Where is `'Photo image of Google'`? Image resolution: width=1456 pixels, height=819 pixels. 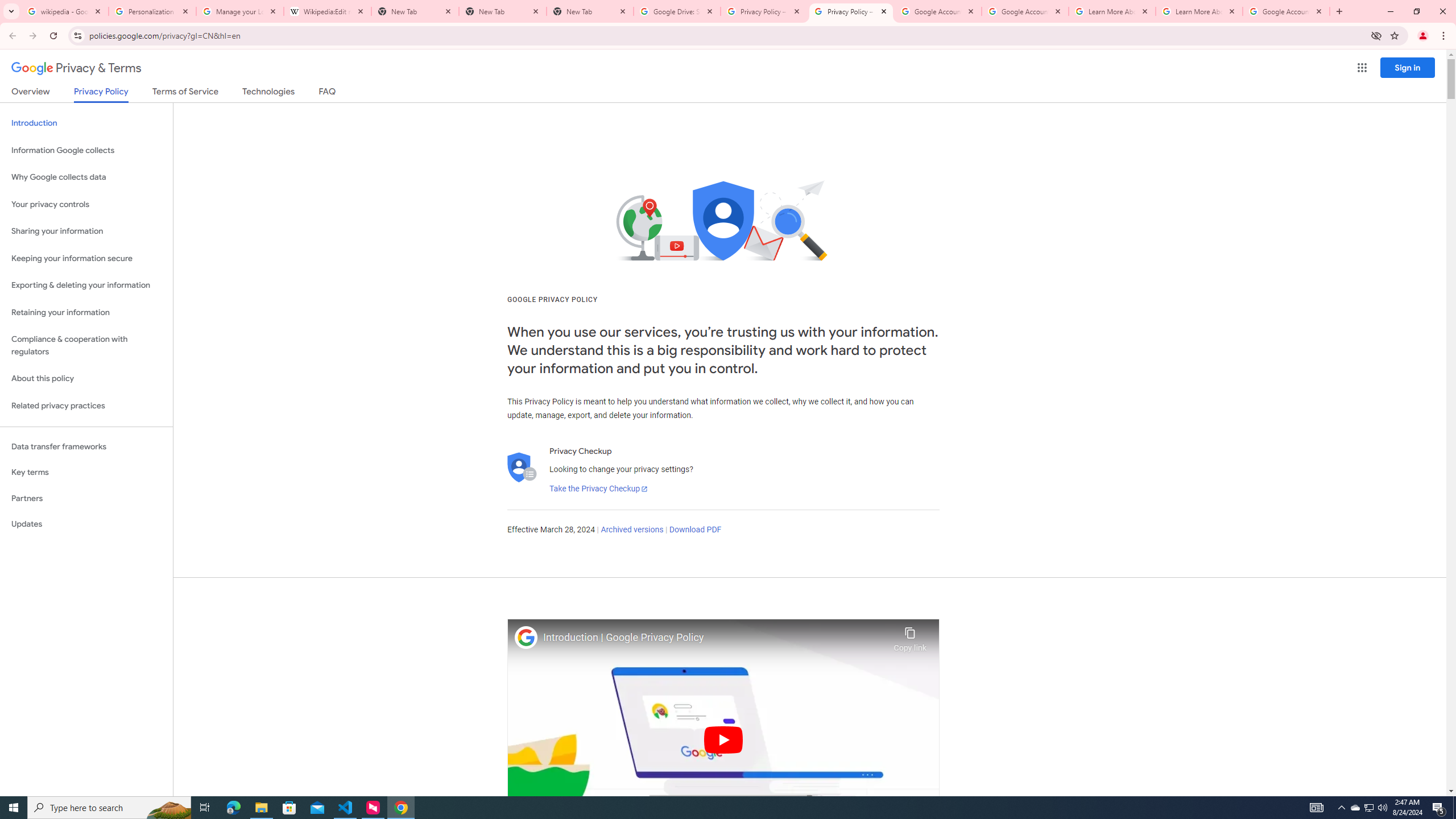 'Photo image of Google' is located at coordinates (526, 636).